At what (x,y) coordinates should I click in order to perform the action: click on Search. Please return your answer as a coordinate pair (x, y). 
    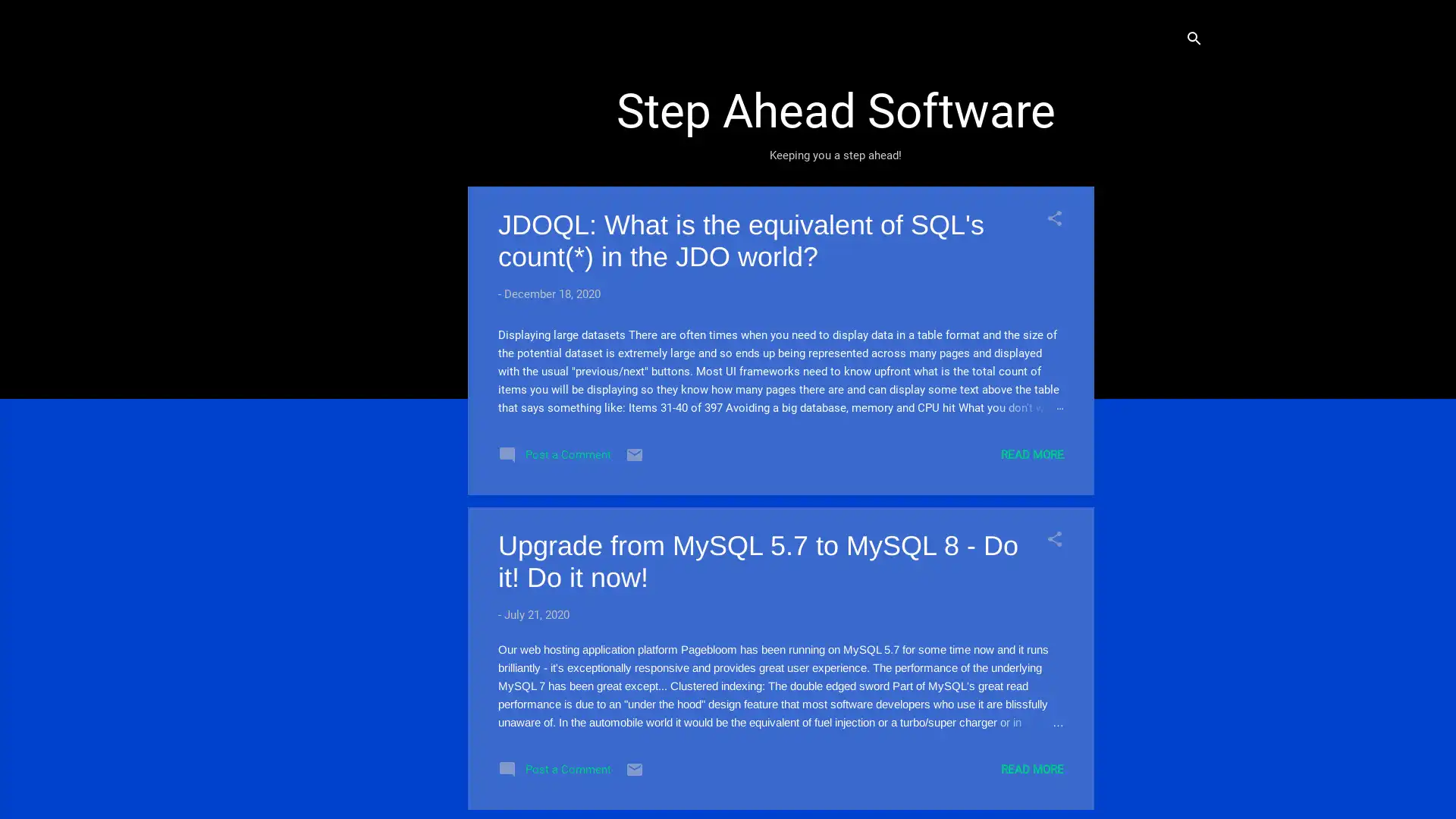
    Looking at the image, I should click on (1193, 40).